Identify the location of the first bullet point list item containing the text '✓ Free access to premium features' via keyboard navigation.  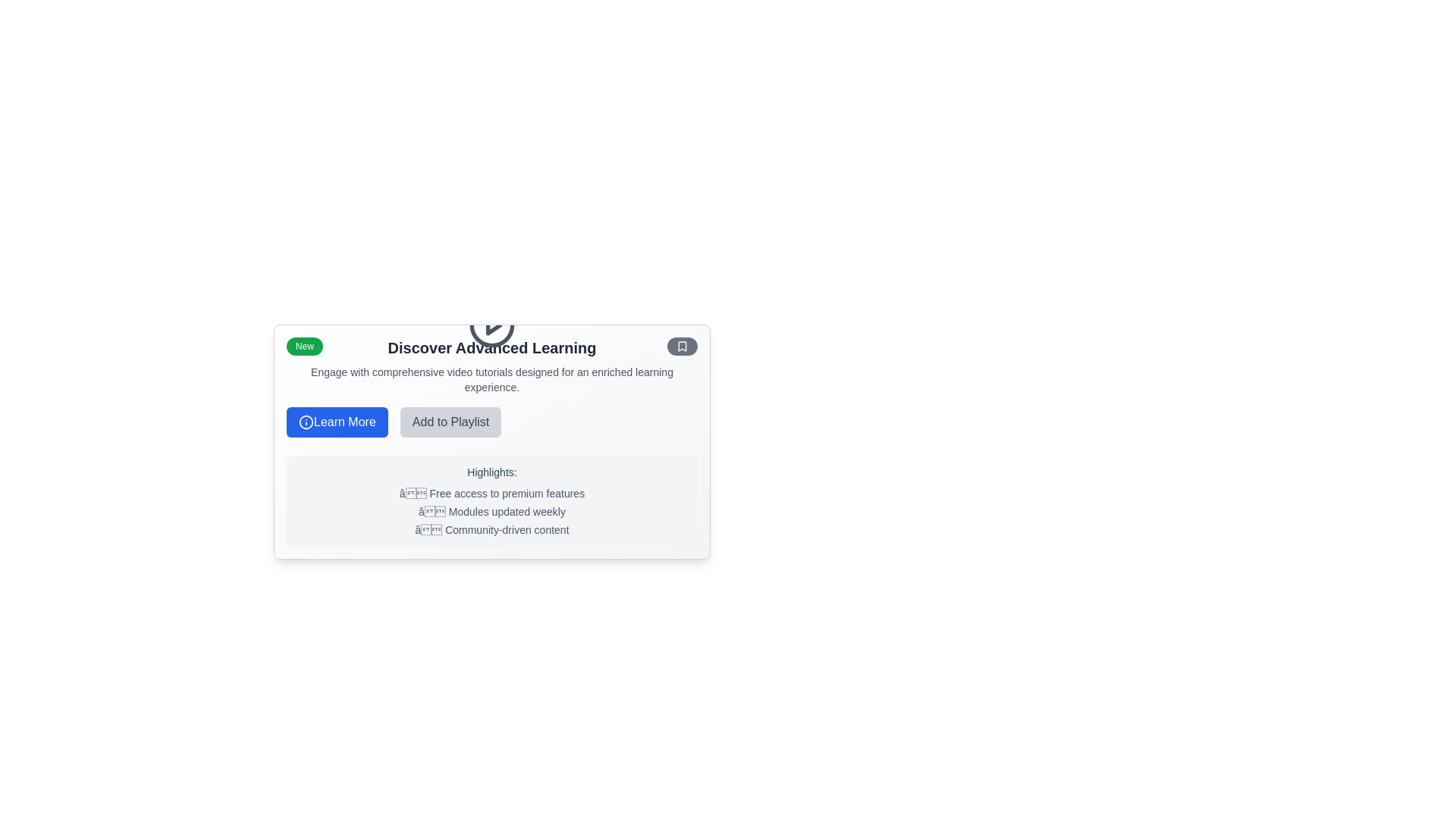
(491, 494).